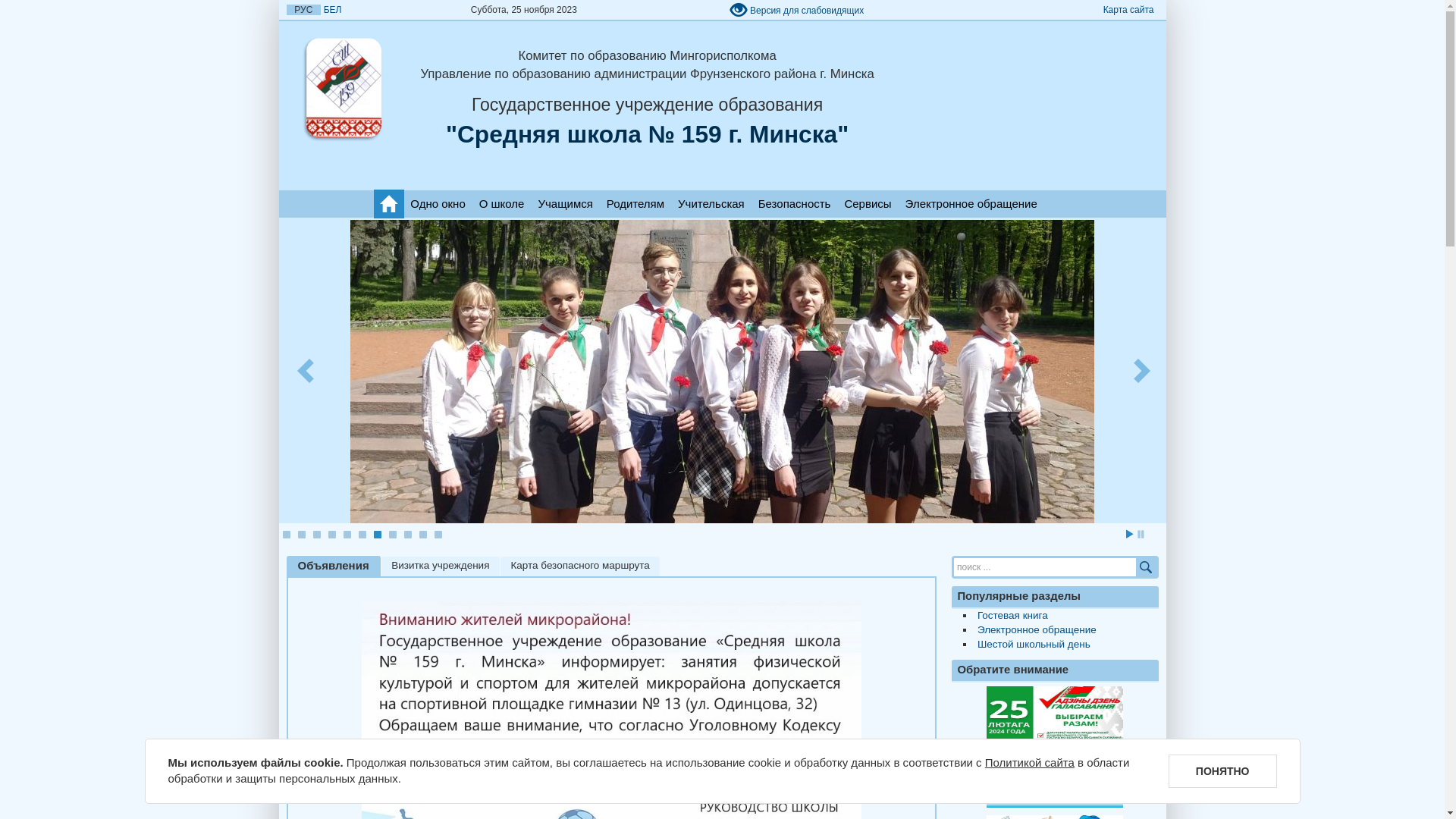  I want to click on '2', so click(301, 534).